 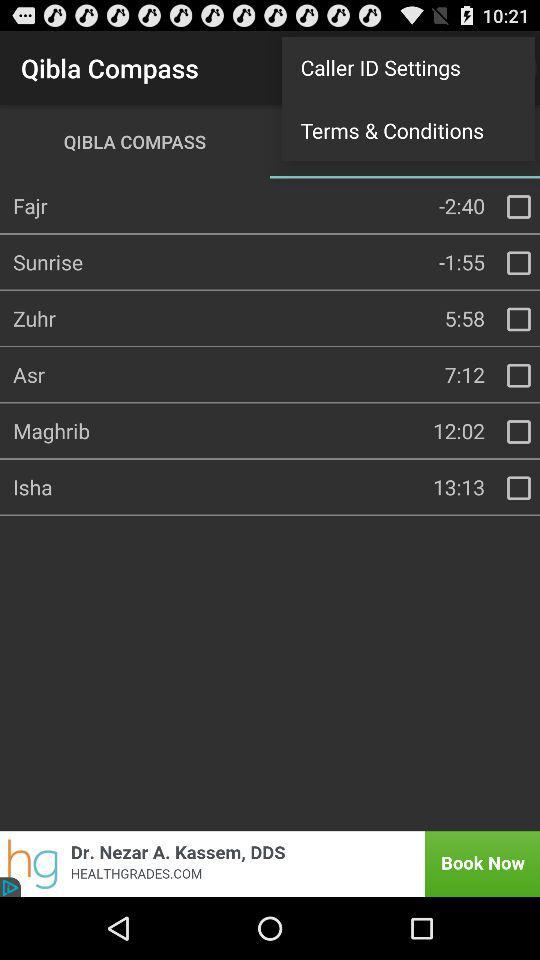 I want to click on book now, so click(x=270, y=863).